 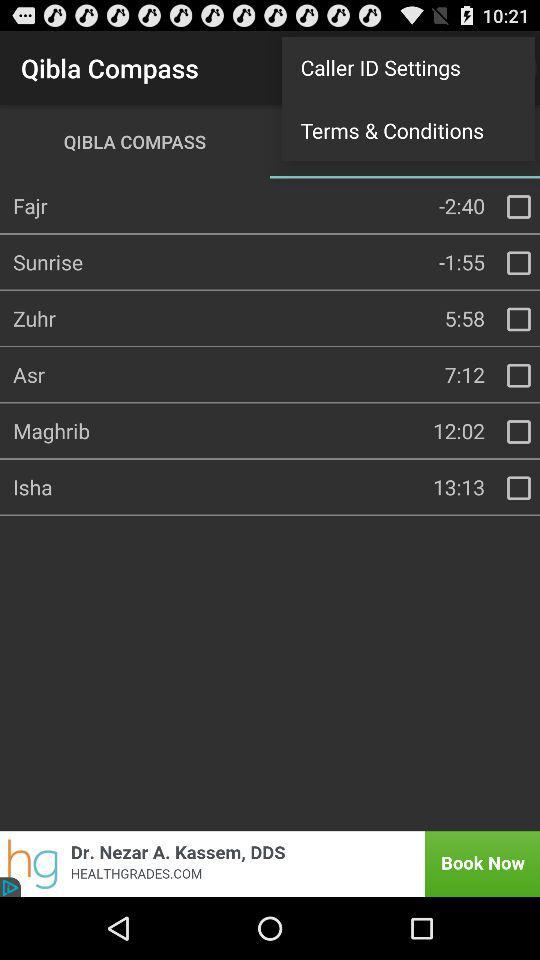 I want to click on book now, so click(x=270, y=863).